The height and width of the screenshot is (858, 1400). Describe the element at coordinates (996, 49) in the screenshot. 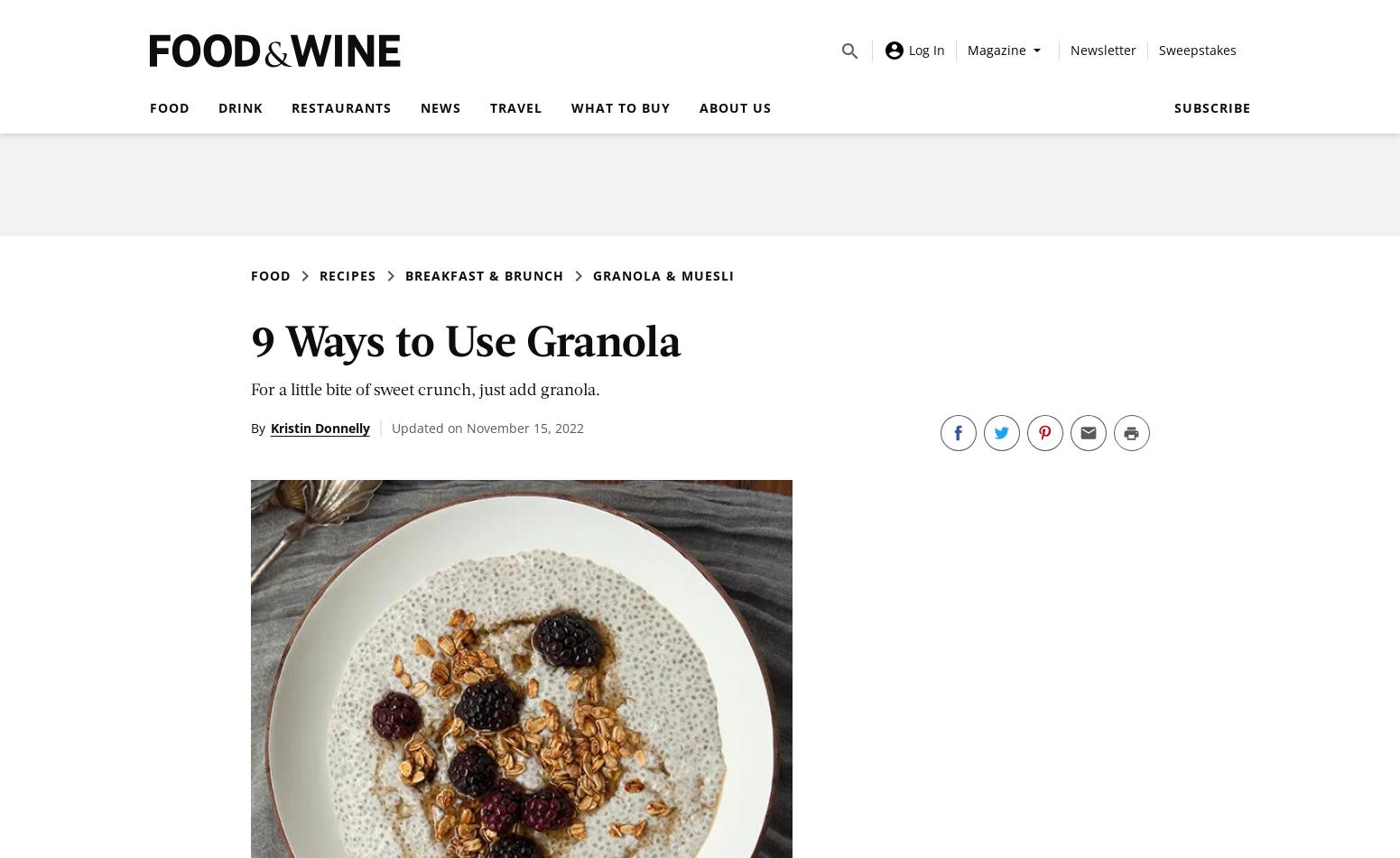

I see `'Magazine'` at that location.